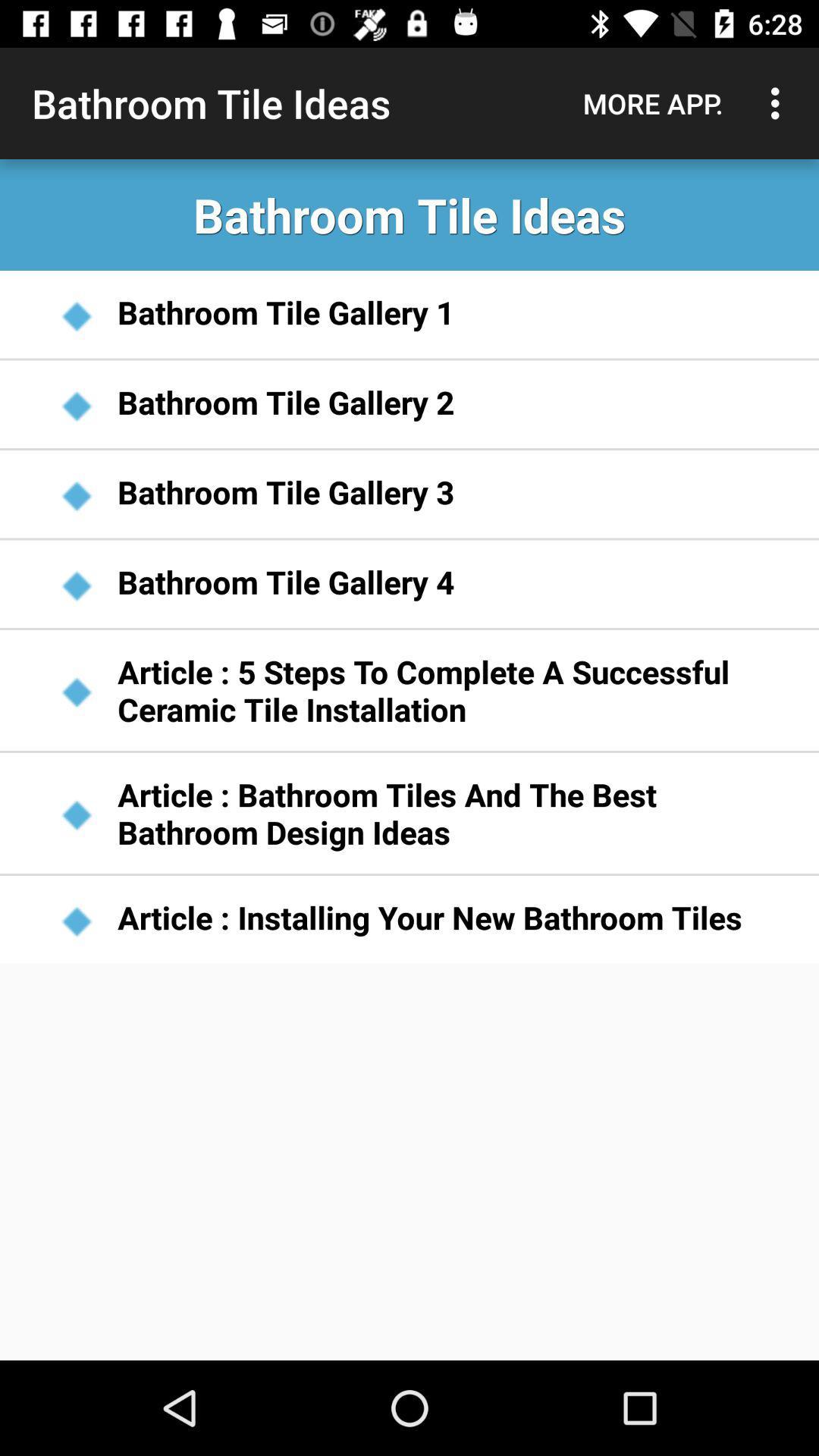 Image resolution: width=819 pixels, height=1456 pixels. What do you see at coordinates (779, 102) in the screenshot?
I see `icon to the right of more app. icon` at bounding box center [779, 102].